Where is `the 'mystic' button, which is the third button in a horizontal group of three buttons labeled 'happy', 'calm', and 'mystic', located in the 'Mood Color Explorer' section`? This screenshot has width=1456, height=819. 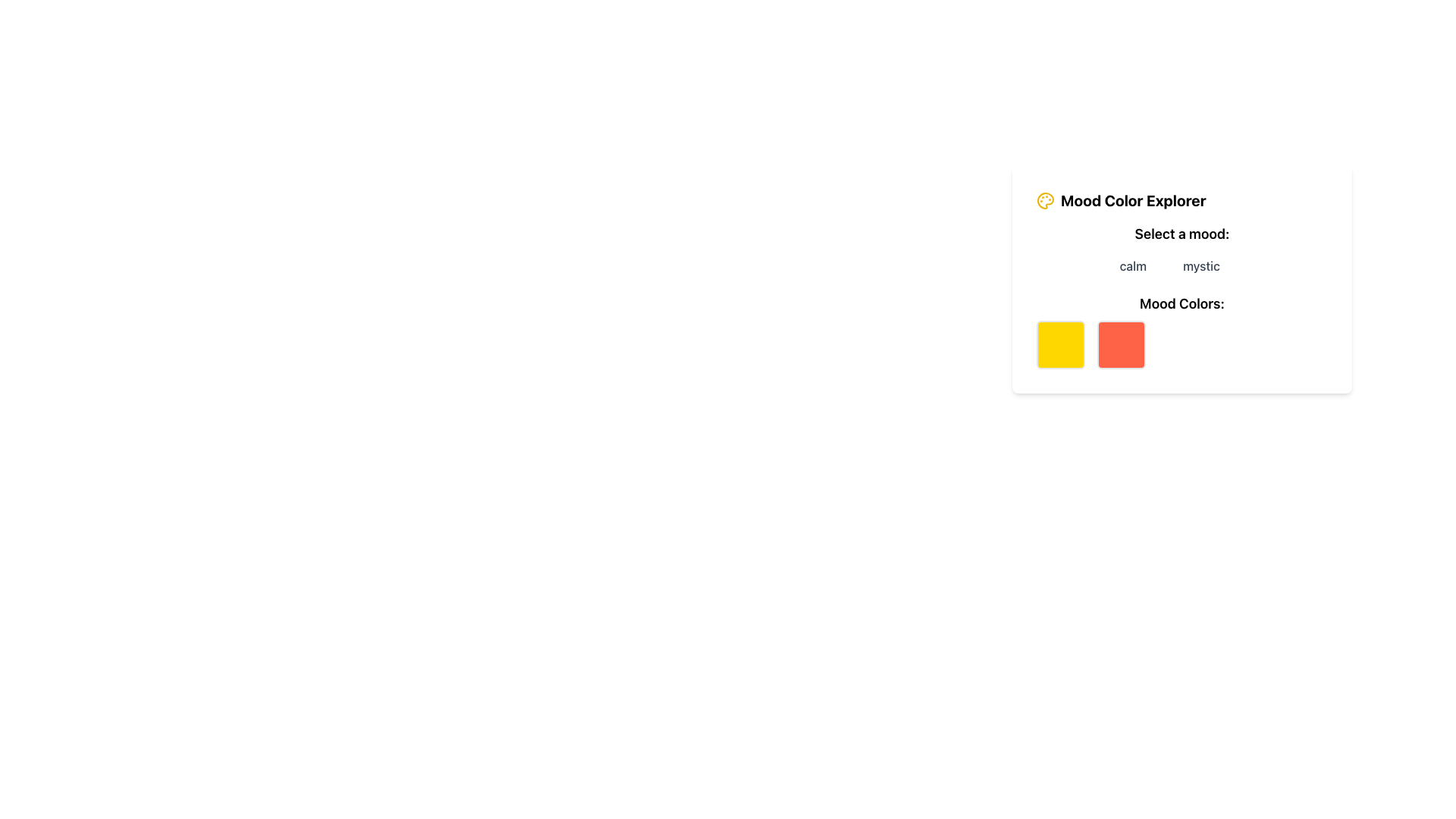
the 'mystic' button, which is the third button in a horizontal group of three buttons labeled 'happy', 'calm', and 'mystic', located in the 'Mood Color Explorer' section is located at coordinates (1200, 265).